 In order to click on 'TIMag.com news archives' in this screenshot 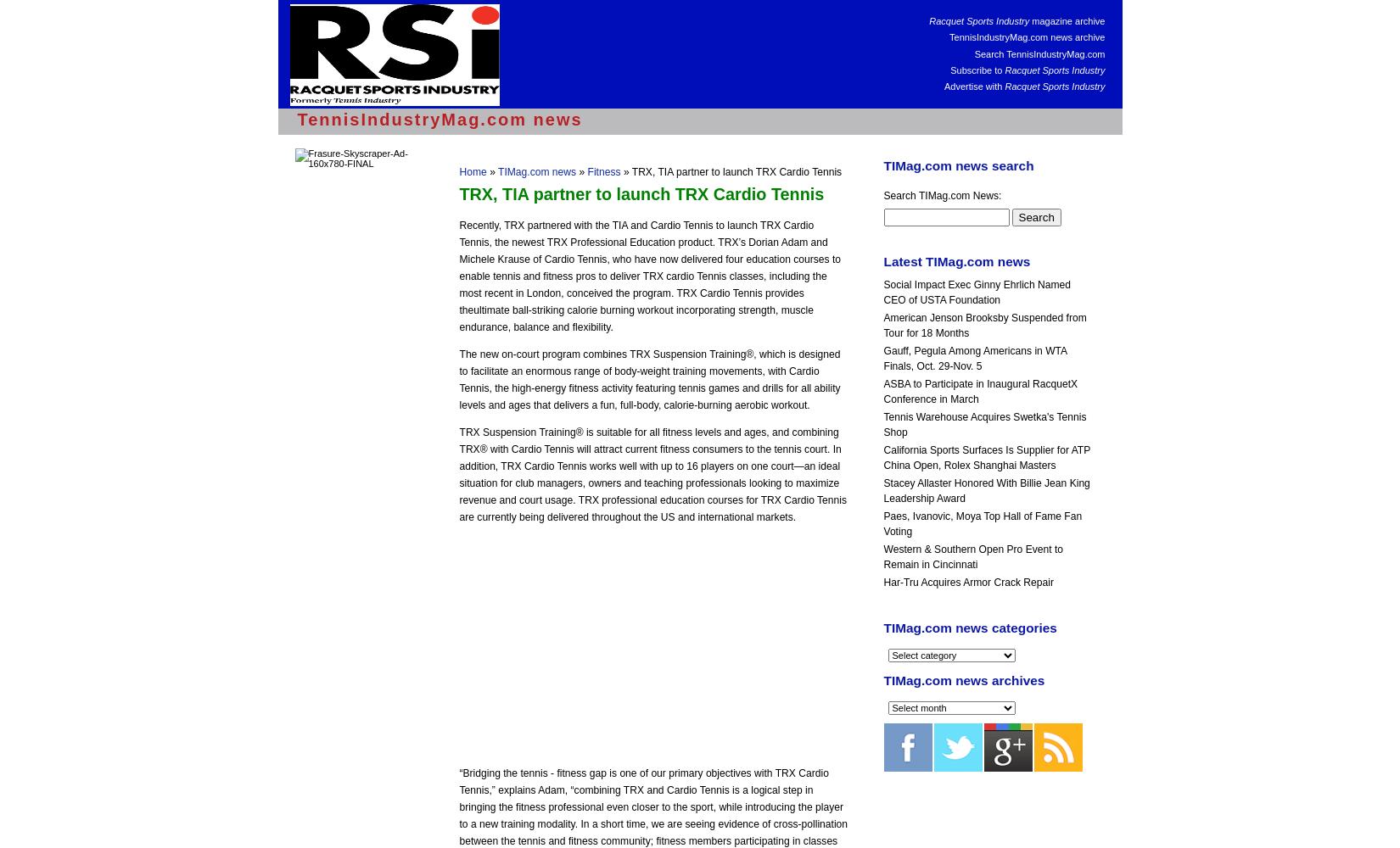, I will do `click(964, 680)`.